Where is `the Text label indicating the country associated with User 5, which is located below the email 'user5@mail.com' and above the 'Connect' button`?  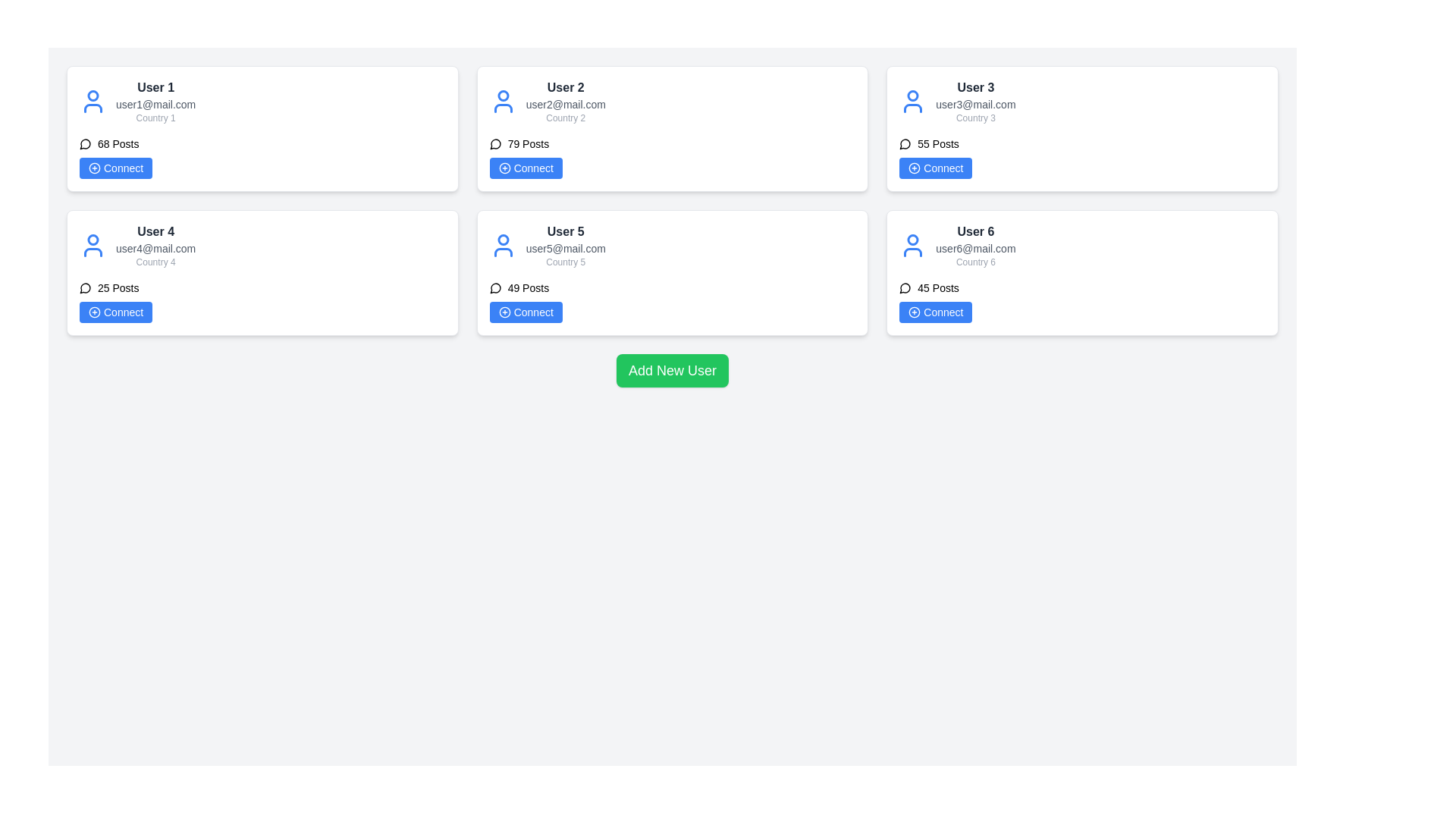
the Text label indicating the country associated with User 5, which is located below the email 'user5@mail.com' and above the 'Connect' button is located at coordinates (565, 262).